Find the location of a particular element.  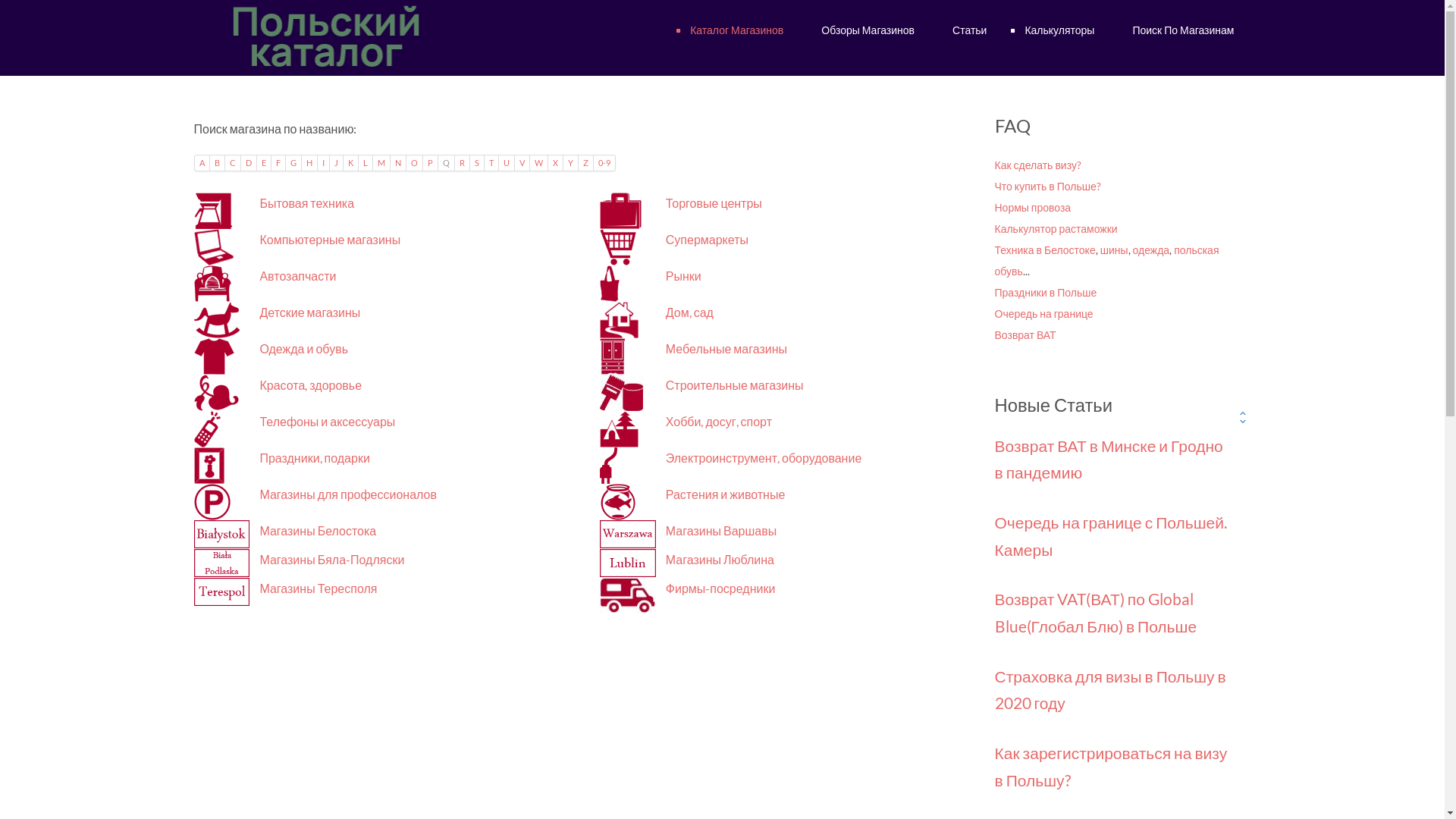

'Z' is located at coordinates (585, 163).